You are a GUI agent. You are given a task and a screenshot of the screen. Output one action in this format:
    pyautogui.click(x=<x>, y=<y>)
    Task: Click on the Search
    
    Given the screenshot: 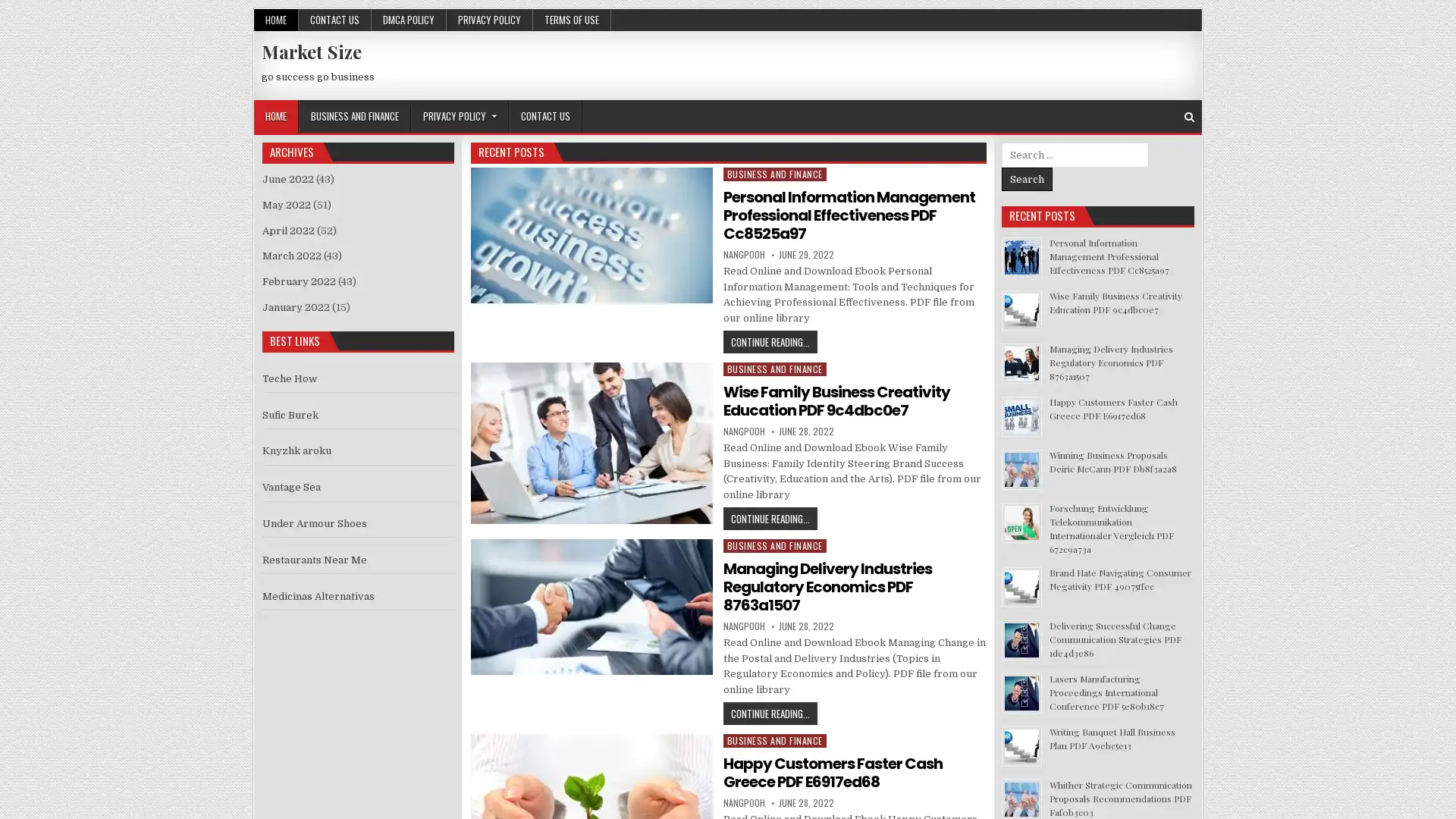 What is the action you would take?
    pyautogui.click(x=1027, y=178)
    